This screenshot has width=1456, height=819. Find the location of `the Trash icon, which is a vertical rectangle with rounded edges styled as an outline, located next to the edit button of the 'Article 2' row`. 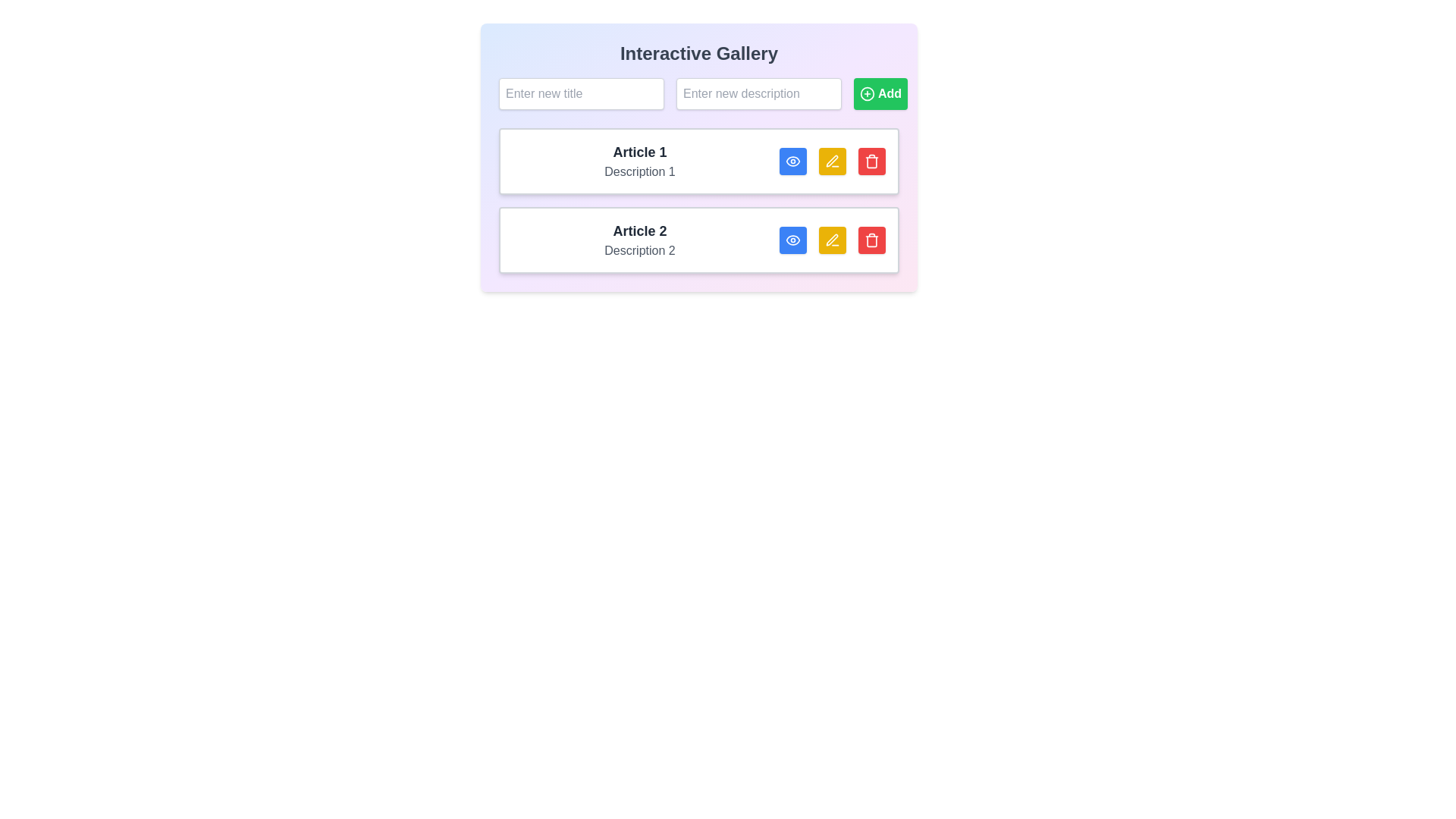

the Trash icon, which is a vertical rectangle with rounded edges styled as an outline, located next to the edit button of the 'Article 2' row is located at coordinates (872, 162).